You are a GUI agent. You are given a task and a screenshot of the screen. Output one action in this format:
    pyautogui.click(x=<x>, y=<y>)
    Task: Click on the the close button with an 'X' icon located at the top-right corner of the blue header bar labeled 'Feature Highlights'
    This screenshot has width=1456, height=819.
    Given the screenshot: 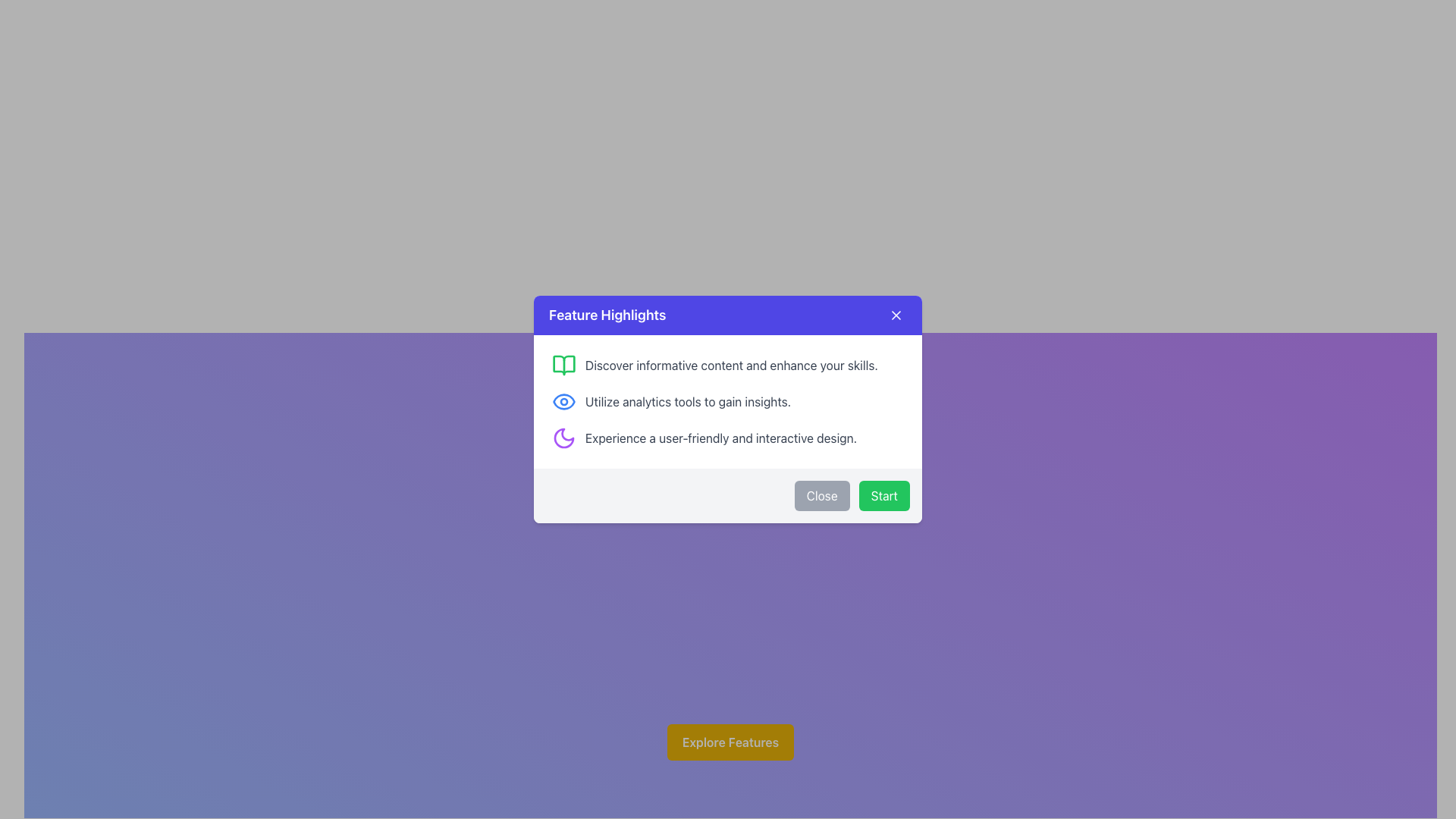 What is the action you would take?
    pyautogui.click(x=896, y=315)
    